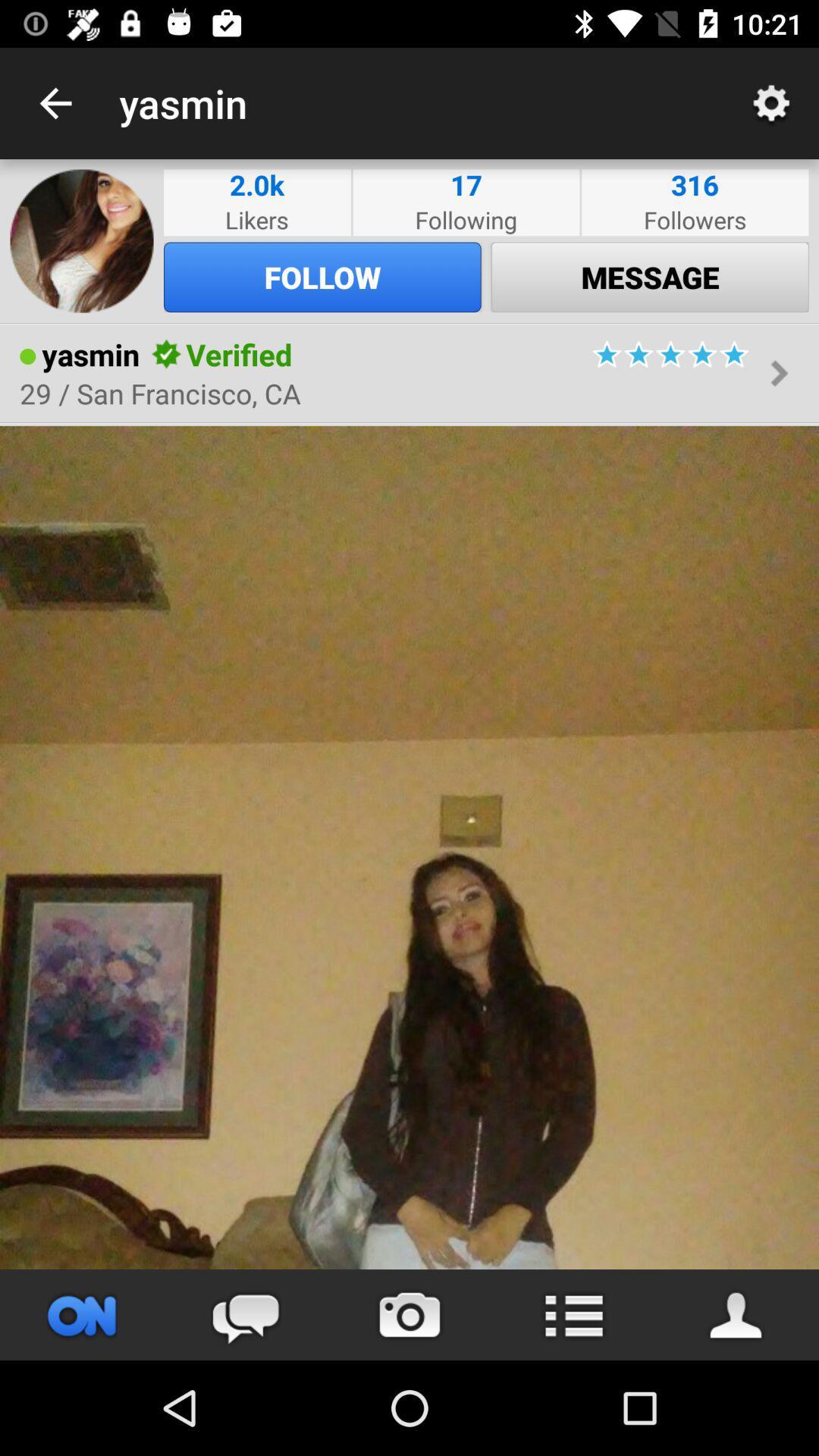  I want to click on for menu, so click(573, 1314).